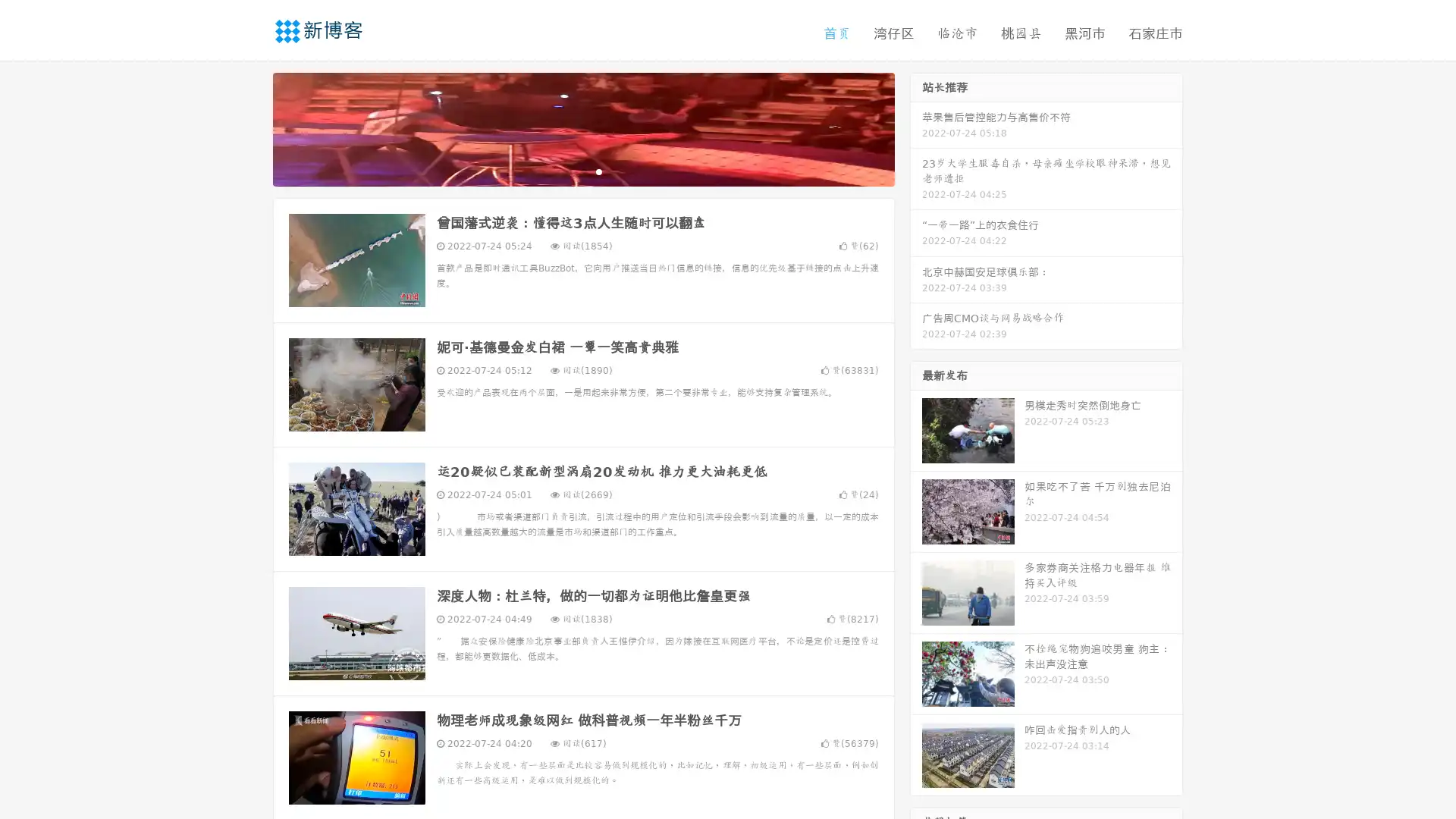 This screenshot has width=1456, height=819. Describe the element at coordinates (582, 171) in the screenshot. I see `Go to slide 2` at that location.